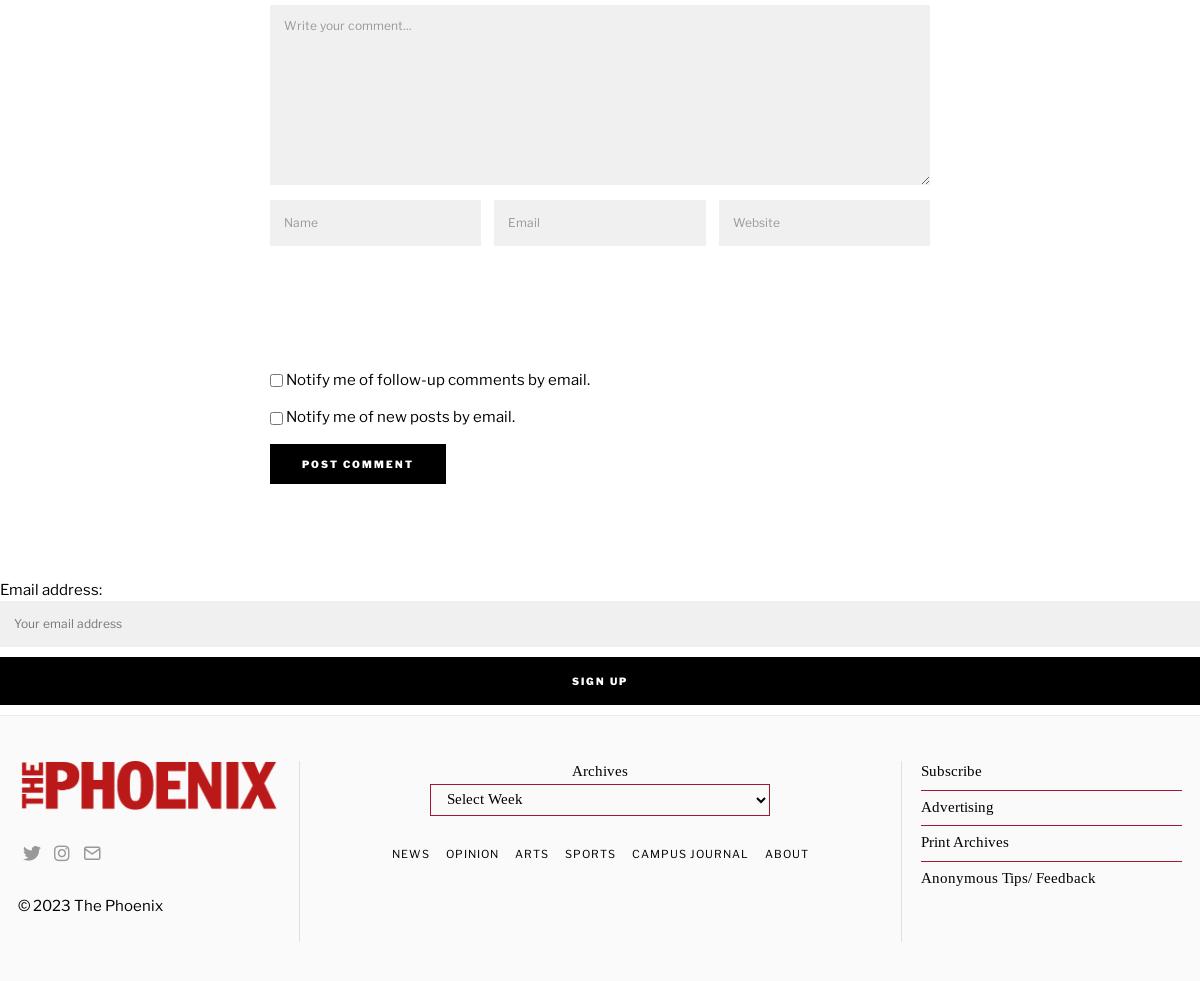  Describe the element at coordinates (400, 416) in the screenshot. I see `'Notify me of new posts by email.'` at that location.